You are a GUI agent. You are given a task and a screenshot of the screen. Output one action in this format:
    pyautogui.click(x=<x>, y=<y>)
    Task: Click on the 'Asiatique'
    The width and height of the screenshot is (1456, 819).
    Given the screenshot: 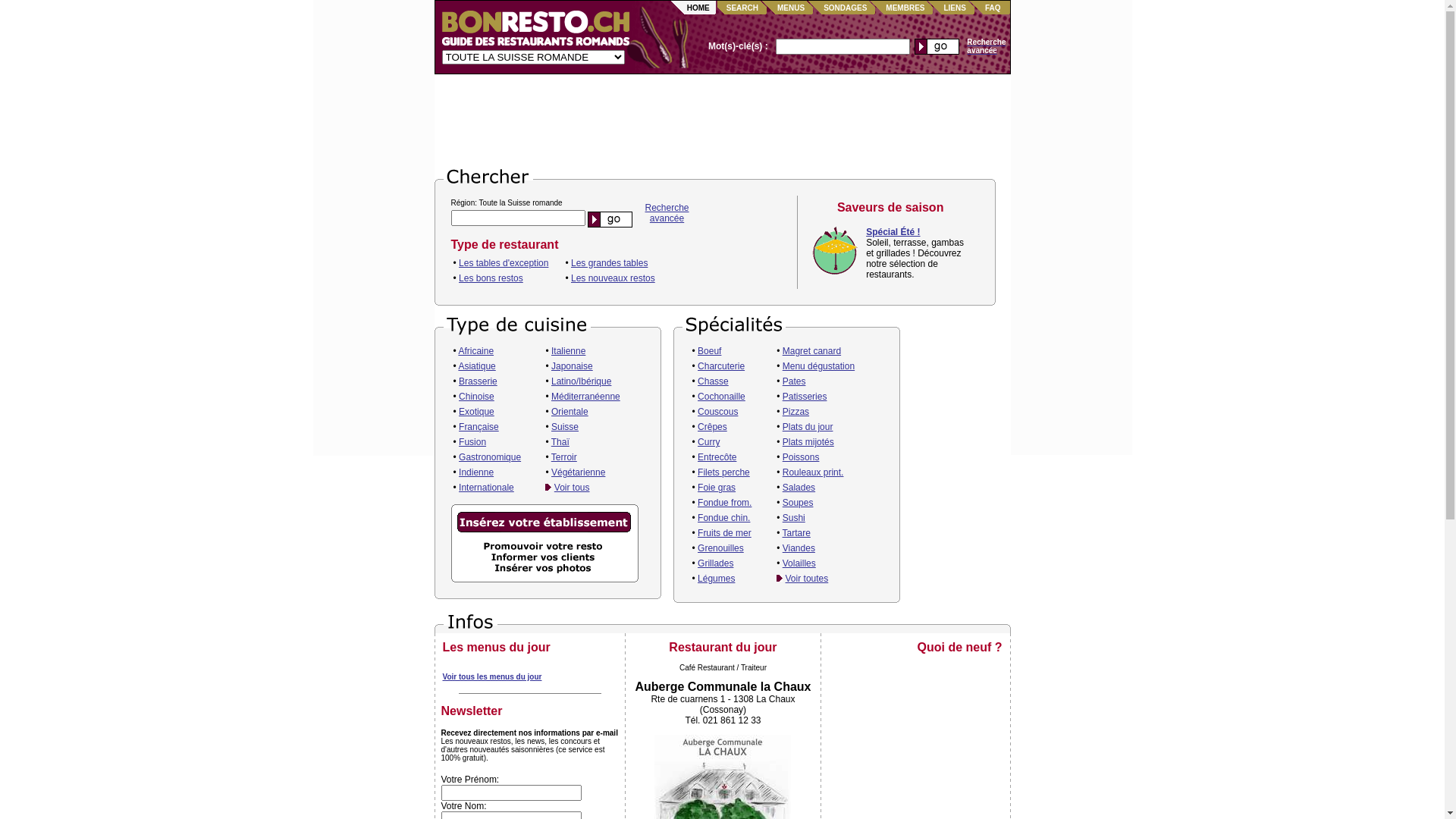 What is the action you would take?
    pyautogui.click(x=475, y=366)
    